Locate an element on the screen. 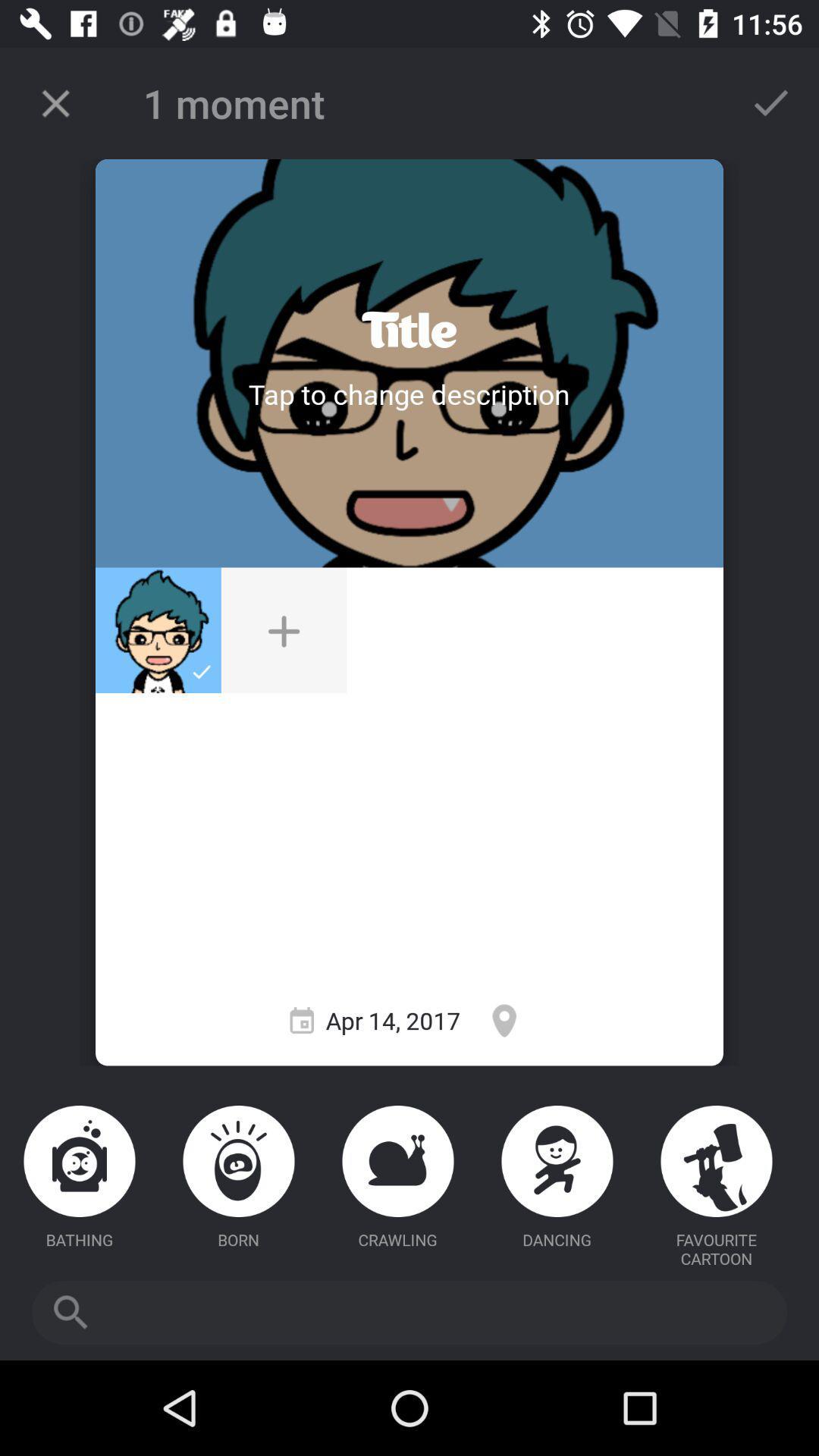 This screenshot has height=1456, width=819. done button is located at coordinates (771, 102).